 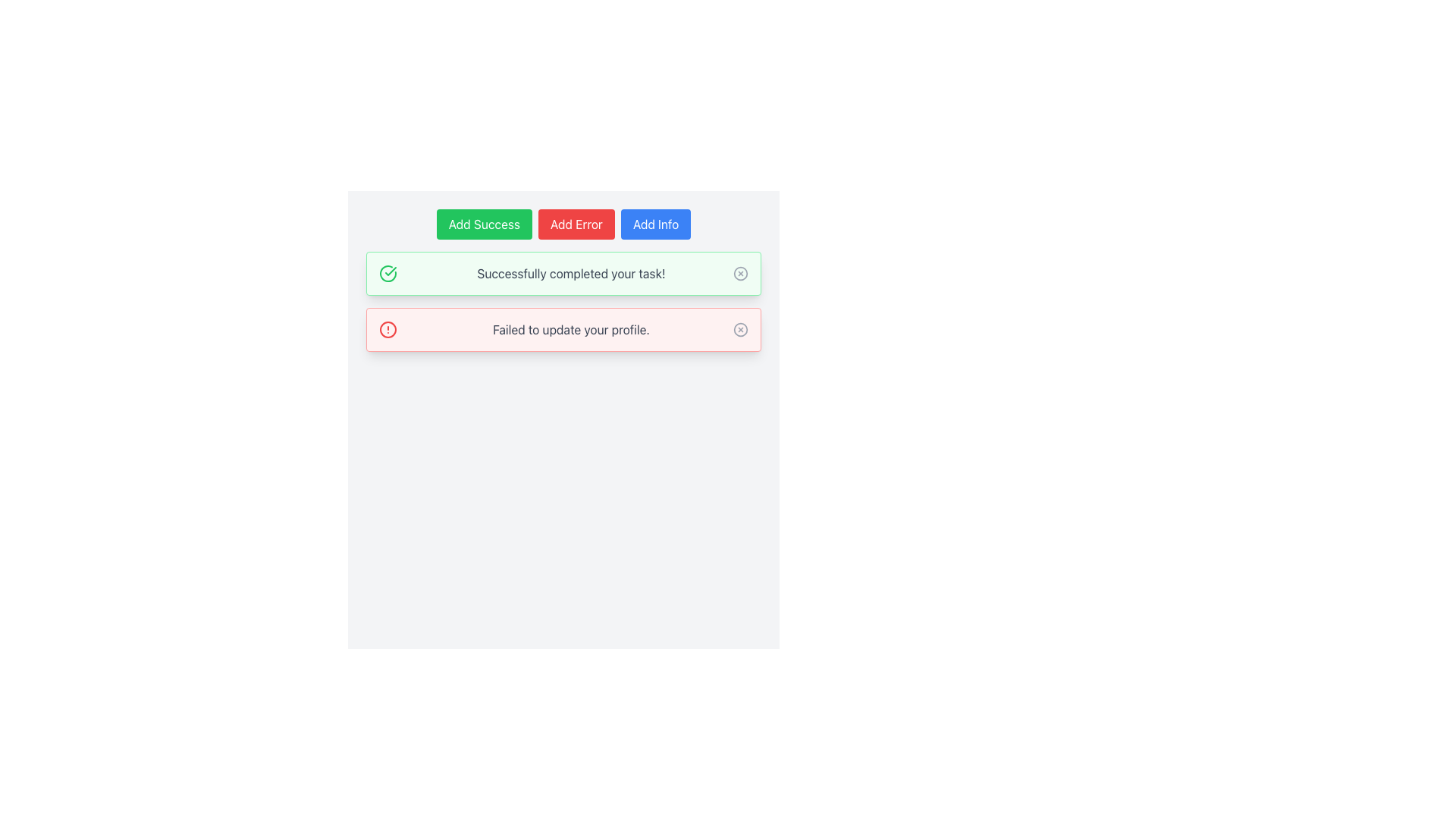 What do you see at coordinates (483, 224) in the screenshot?
I see `the success button located at the top section of the interface` at bounding box center [483, 224].